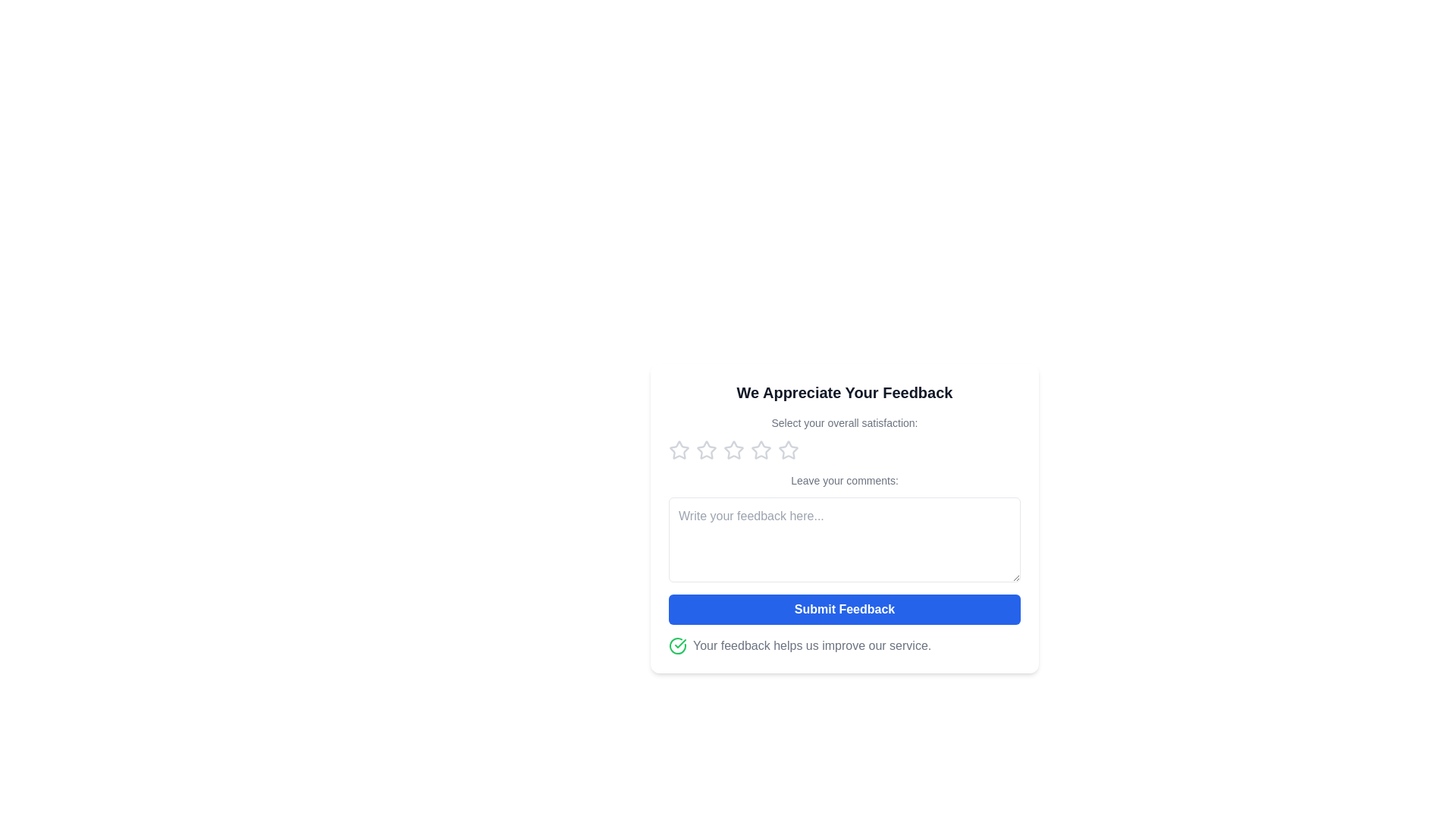 The height and width of the screenshot is (819, 1456). Describe the element at coordinates (843, 423) in the screenshot. I see `the informational text label that displays the message 'Select your overall satisfaction:', which is styled in a small gray font and positioned below the heading 'We Appreciate Your Feedback'` at that location.